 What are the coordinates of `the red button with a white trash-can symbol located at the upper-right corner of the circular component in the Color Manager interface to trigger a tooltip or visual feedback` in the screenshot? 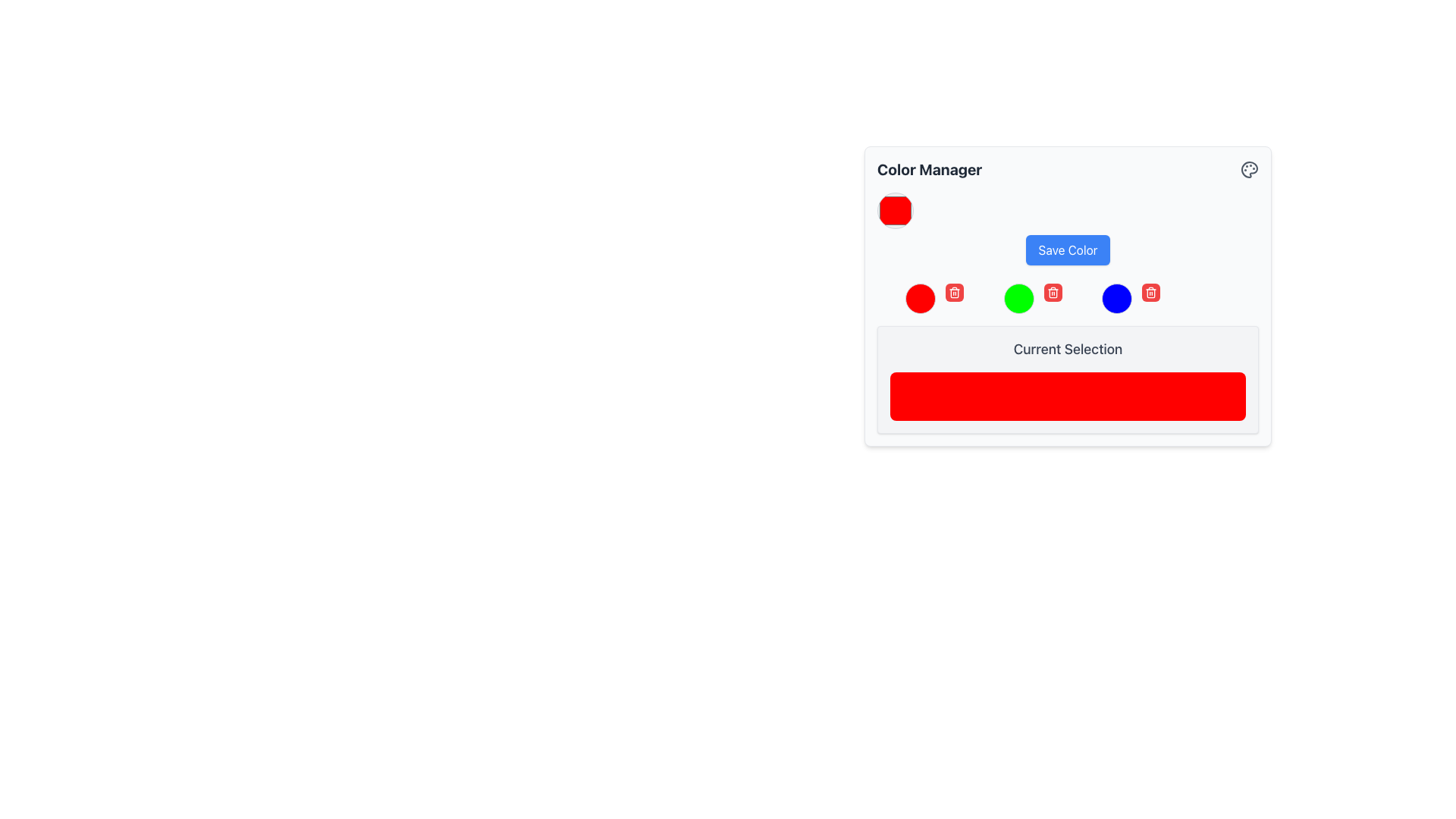 It's located at (953, 292).